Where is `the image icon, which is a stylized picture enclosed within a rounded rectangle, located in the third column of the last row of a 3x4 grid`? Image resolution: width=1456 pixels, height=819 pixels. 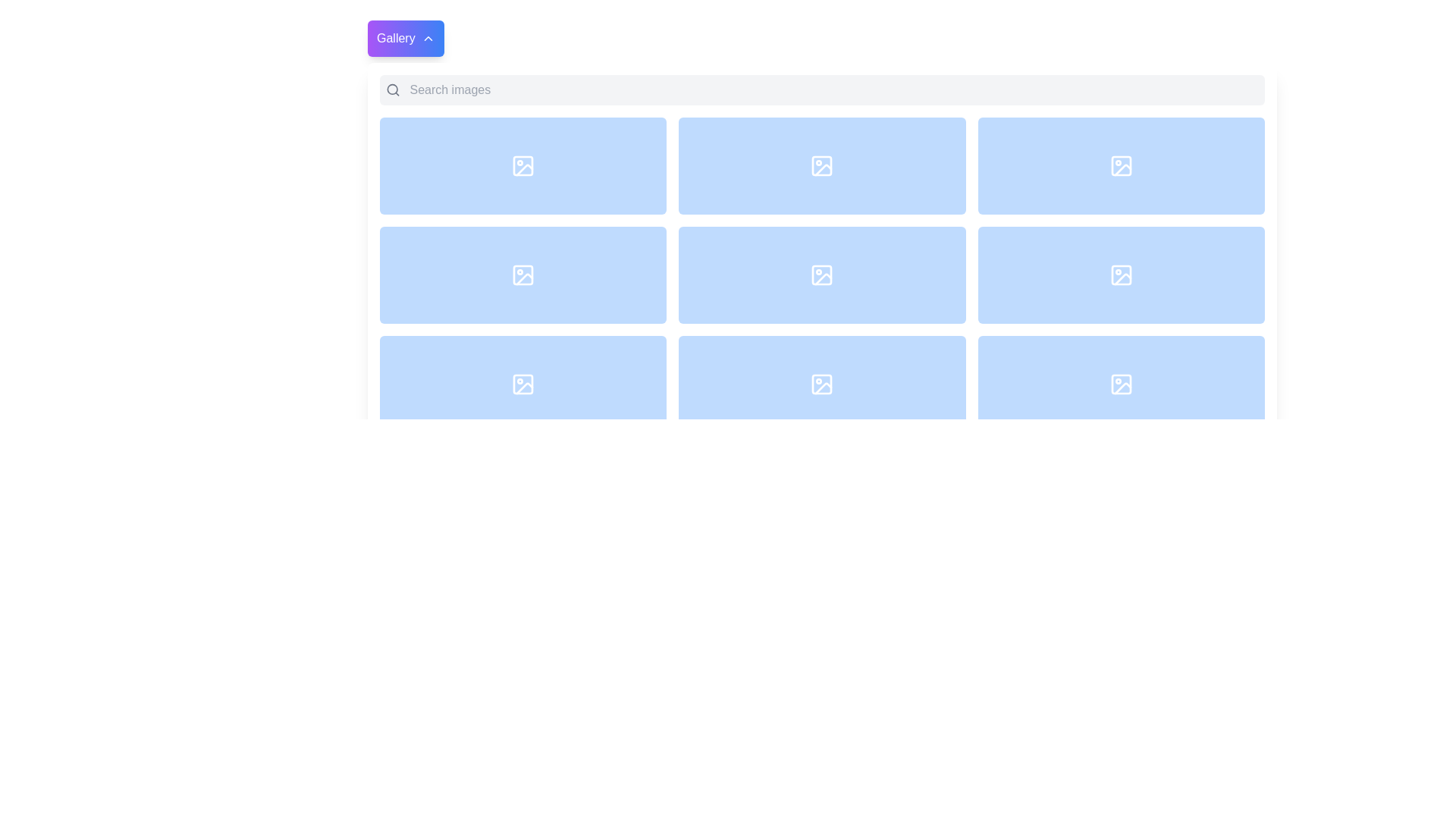 the image icon, which is a stylized picture enclosed within a rounded rectangle, located in the third column of the last row of a 3x4 grid is located at coordinates (523, 383).